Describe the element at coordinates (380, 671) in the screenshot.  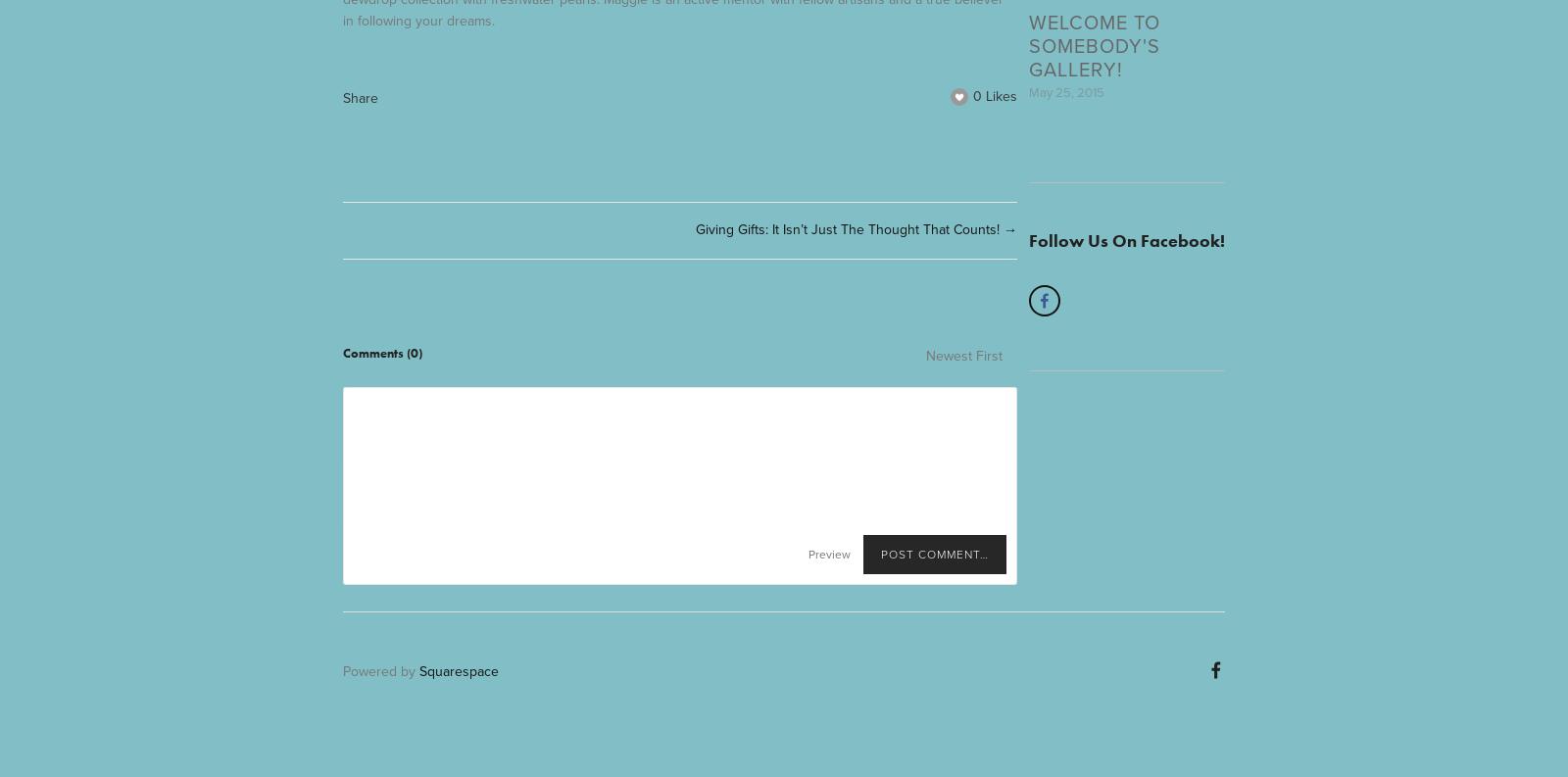
I see `'Powered by'` at that location.